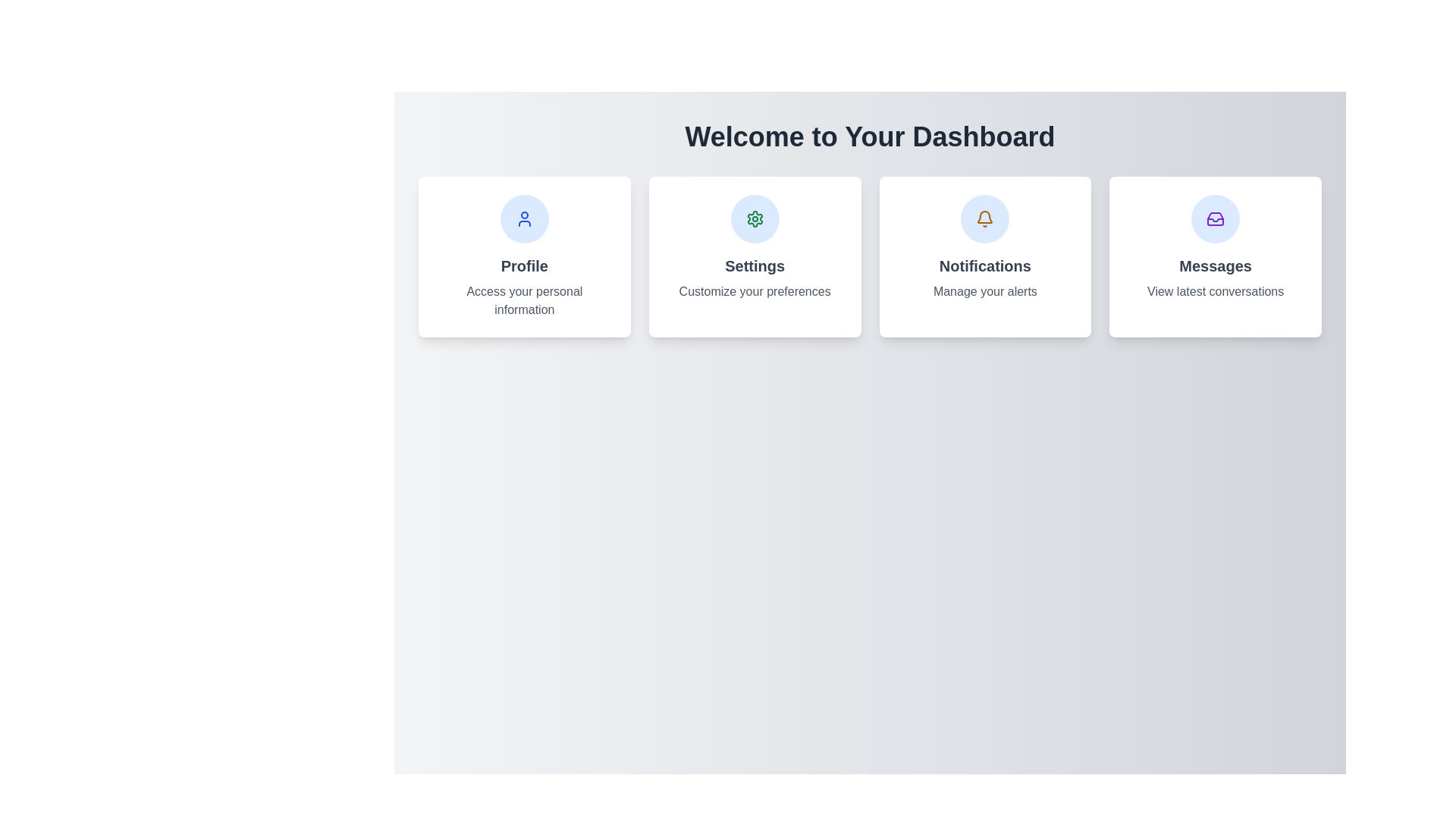 This screenshot has width=1456, height=819. I want to click on title text of the card indicating the theme or purpose of the card's context, which relates to notifications, located at the top center of the card above 'Manage your alerts', so click(985, 265).